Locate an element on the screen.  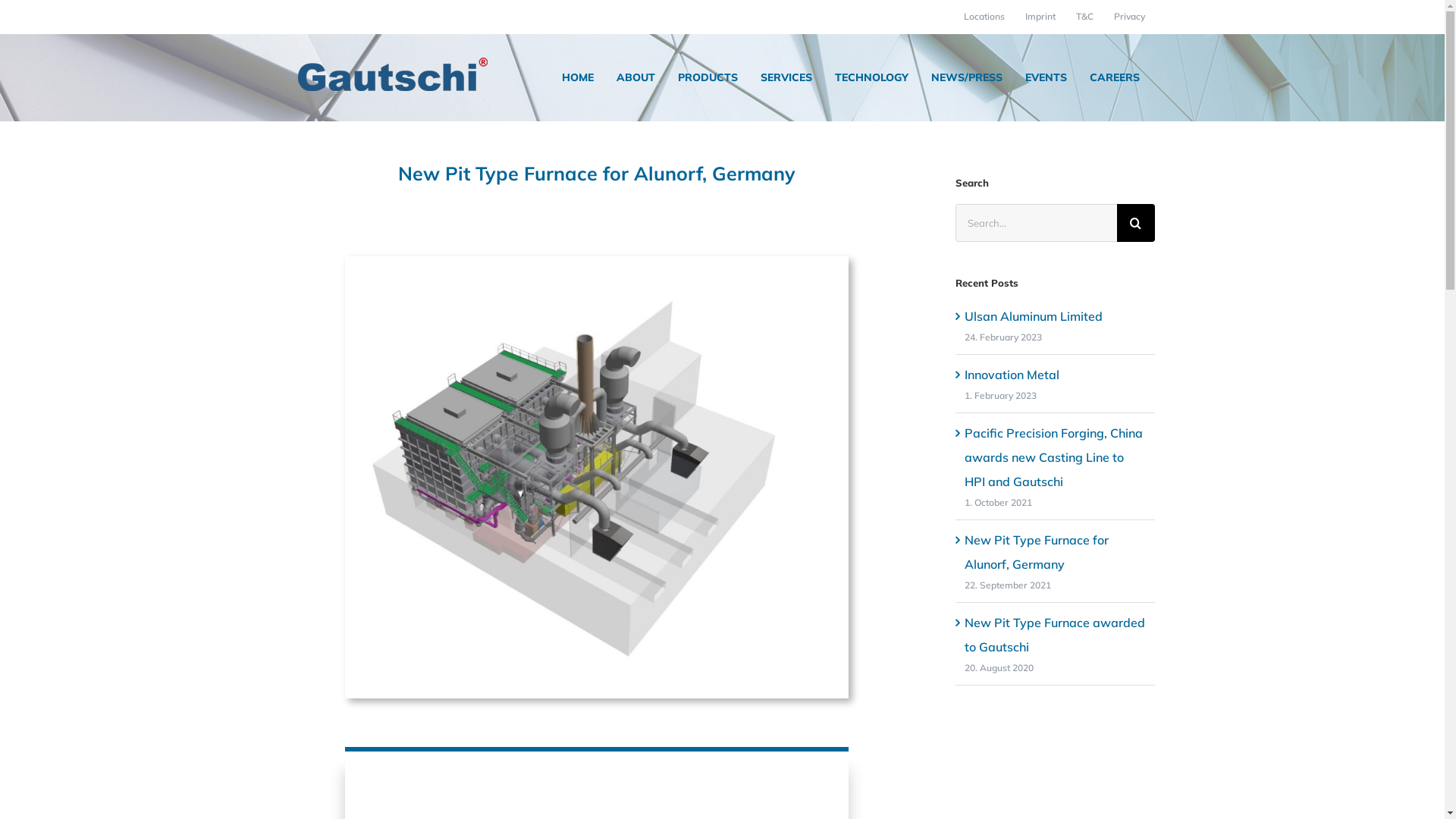
'CAREERS' is located at coordinates (1113, 77).